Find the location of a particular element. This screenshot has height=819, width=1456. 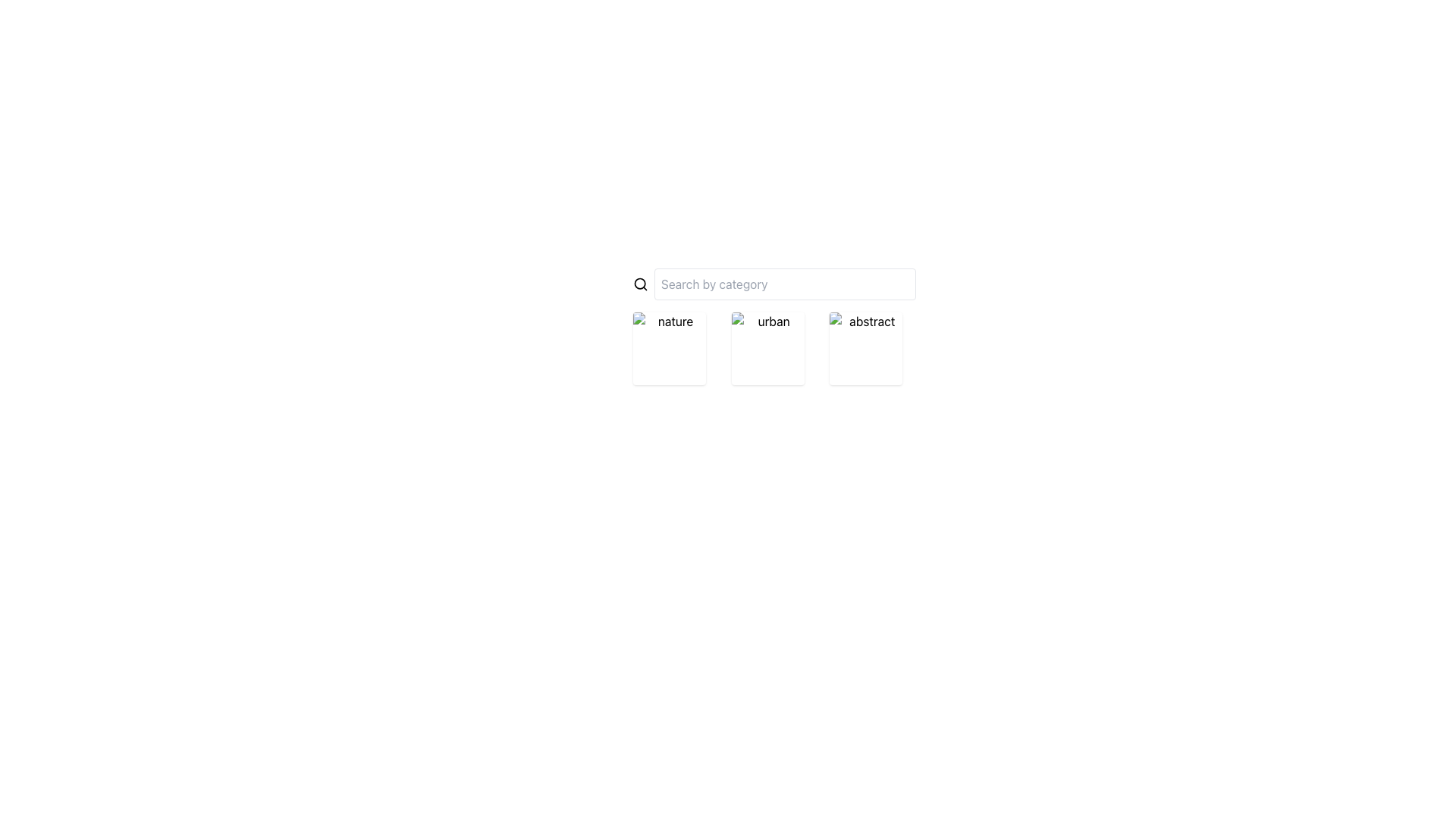

the details of the image thumbnail with alternate text 'nature', which is the first item in a horizontal sequence of similarly styled elements located below a search bar is located at coordinates (669, 348).